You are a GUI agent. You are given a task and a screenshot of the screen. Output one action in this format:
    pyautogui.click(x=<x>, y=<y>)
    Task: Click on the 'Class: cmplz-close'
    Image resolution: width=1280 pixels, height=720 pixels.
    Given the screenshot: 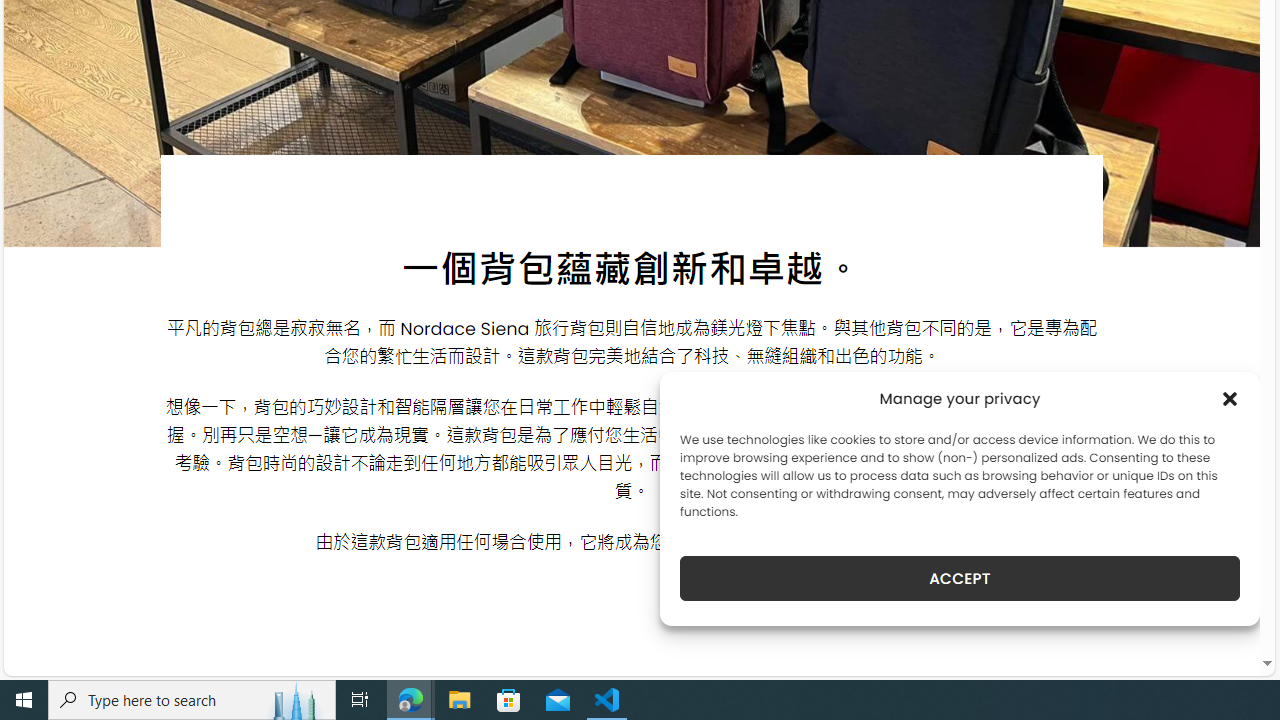 What is the action you would take?
    pyautogui.click(x=1229, y=398)
    